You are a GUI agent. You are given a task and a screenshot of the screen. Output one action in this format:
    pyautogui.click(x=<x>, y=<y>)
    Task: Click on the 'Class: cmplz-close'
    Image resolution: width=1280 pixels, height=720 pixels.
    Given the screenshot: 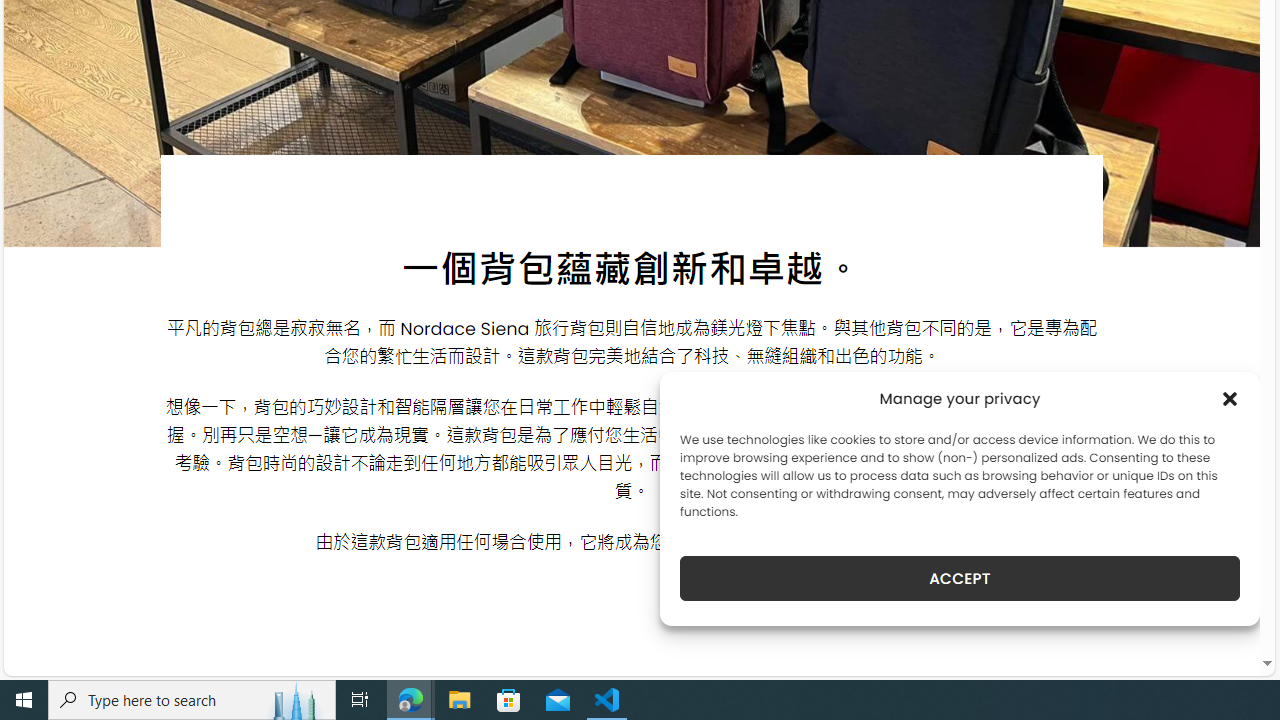 What is the action you would take?
    pyautogui.click(x=1229, y=398)
    